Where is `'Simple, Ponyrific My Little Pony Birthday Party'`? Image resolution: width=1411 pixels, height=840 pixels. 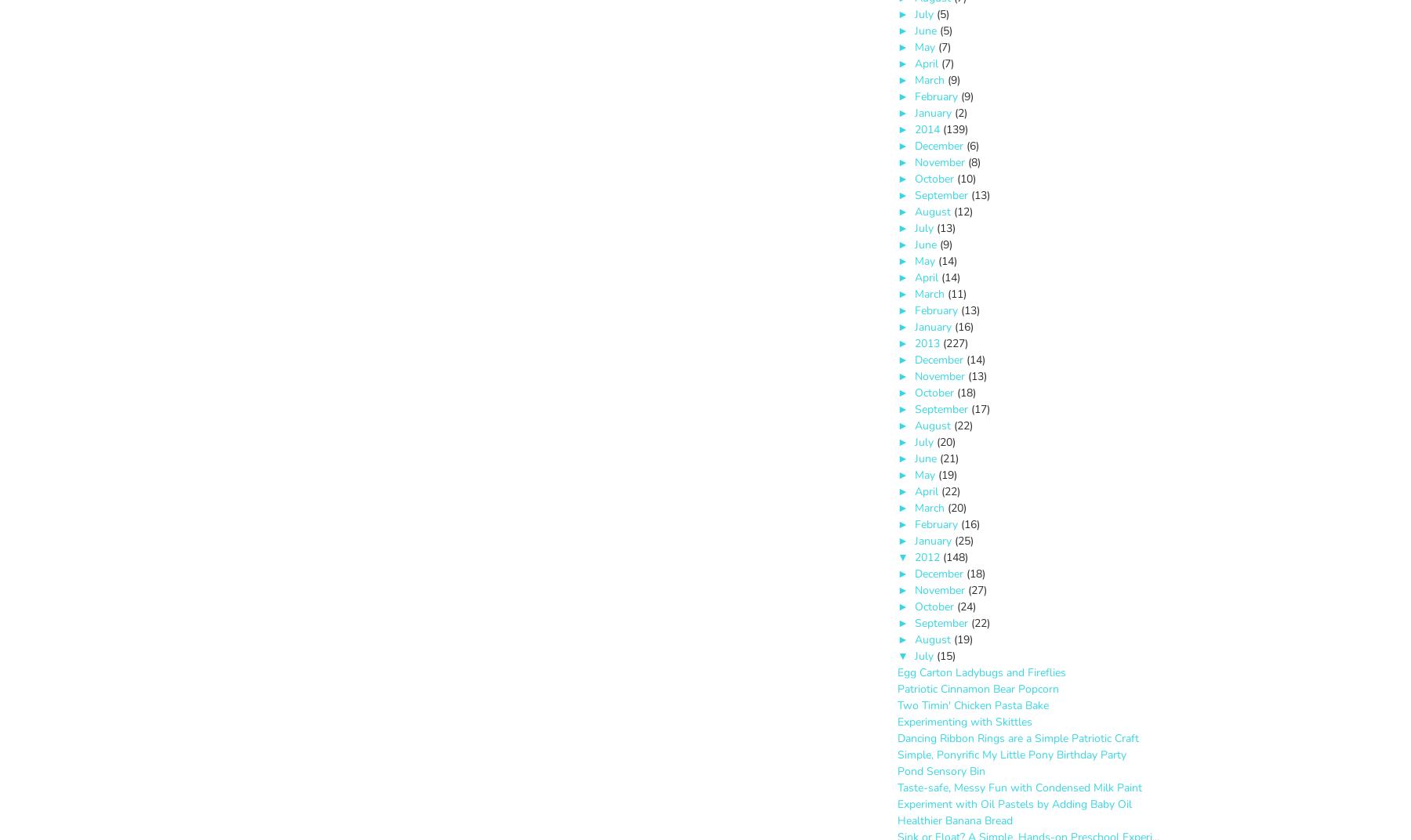 'Simple, Ponyrific My Little Pony Birthday Party' is located at coordinates (1011, 754).